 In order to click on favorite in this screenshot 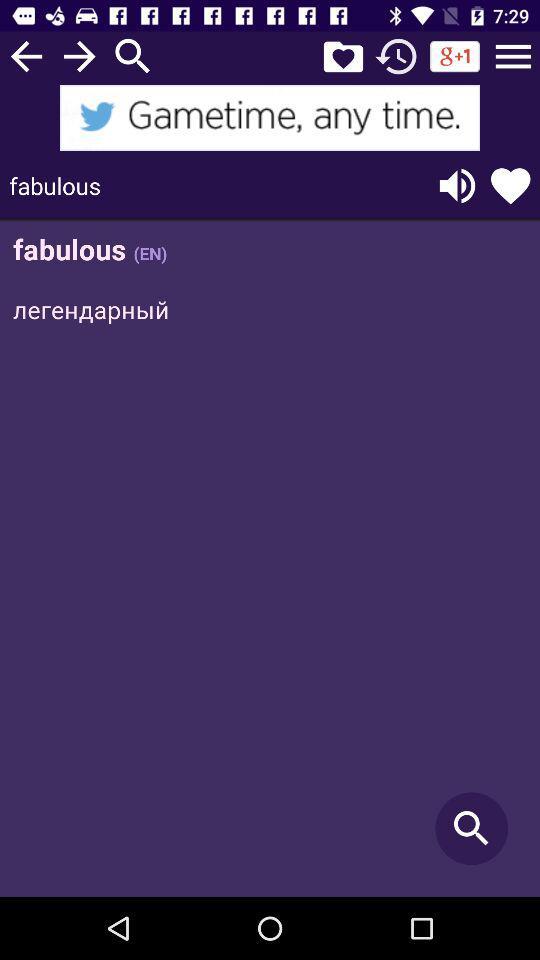, I will do `click(342, 55)`.